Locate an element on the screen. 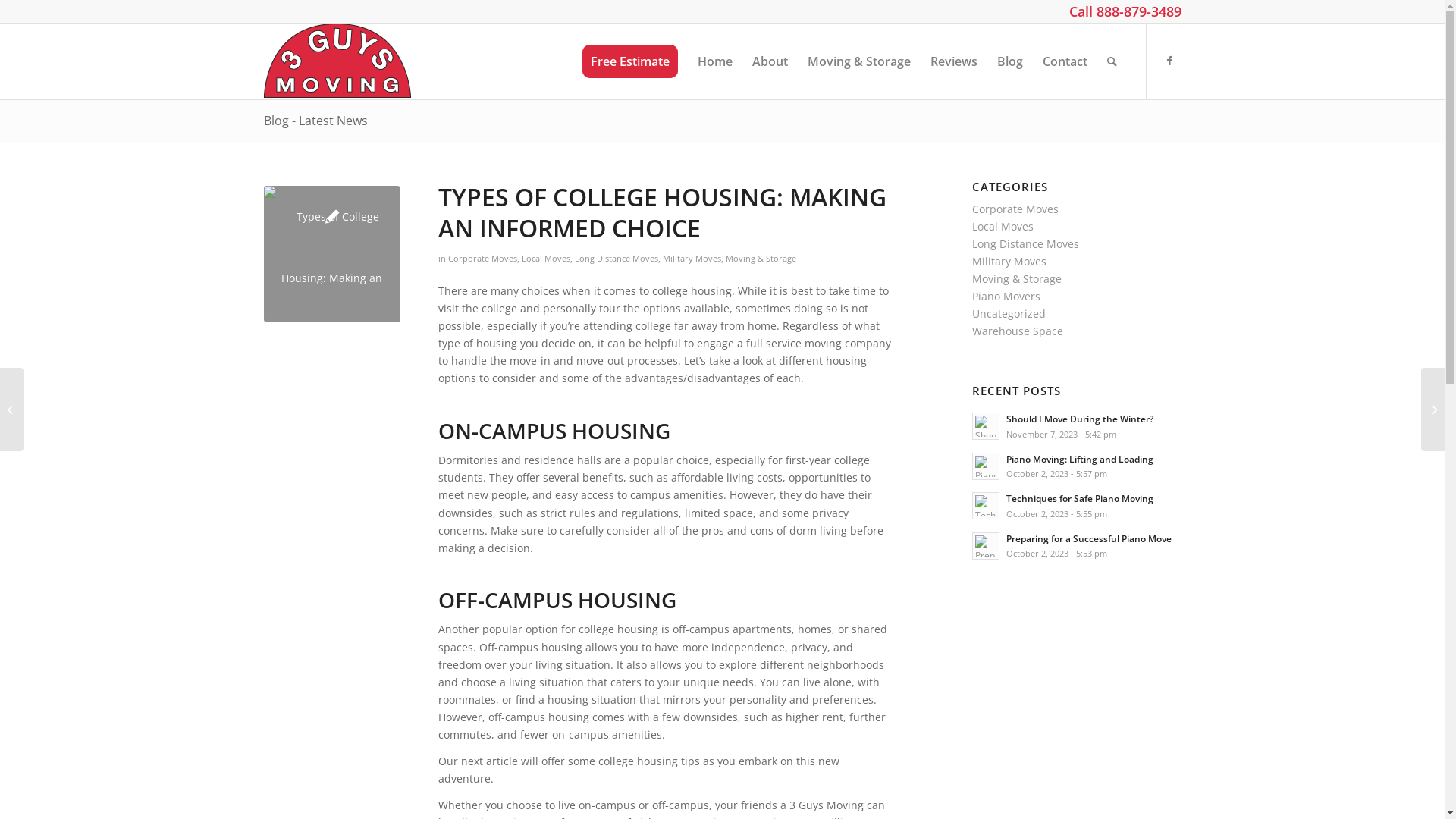  'Corporate Moves' is located at coordinates (1015, 209).